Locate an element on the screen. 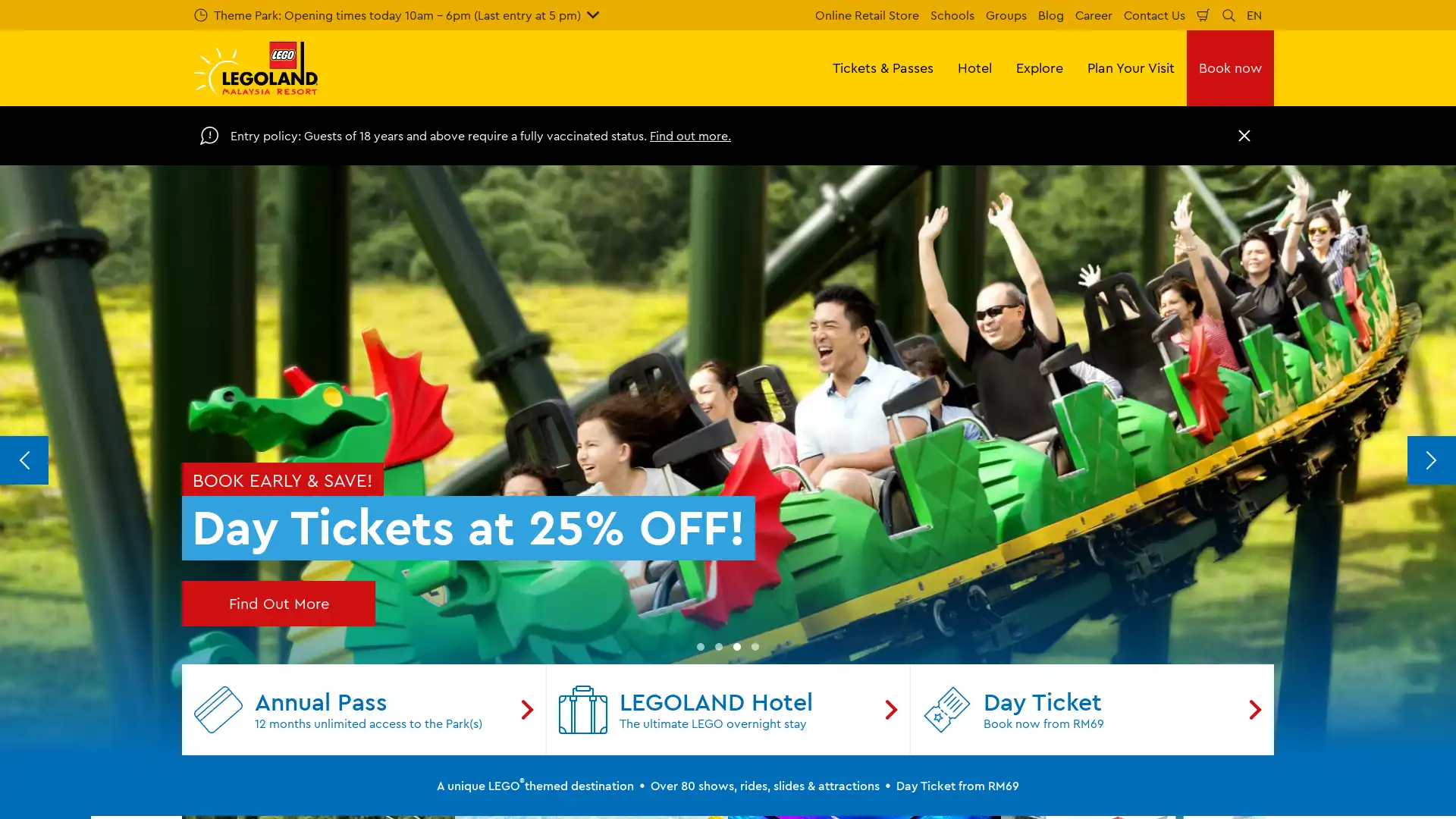 The width and height of the screenshot is (1456, 819). Go to slide 2 is located at coordinates (718, 646).